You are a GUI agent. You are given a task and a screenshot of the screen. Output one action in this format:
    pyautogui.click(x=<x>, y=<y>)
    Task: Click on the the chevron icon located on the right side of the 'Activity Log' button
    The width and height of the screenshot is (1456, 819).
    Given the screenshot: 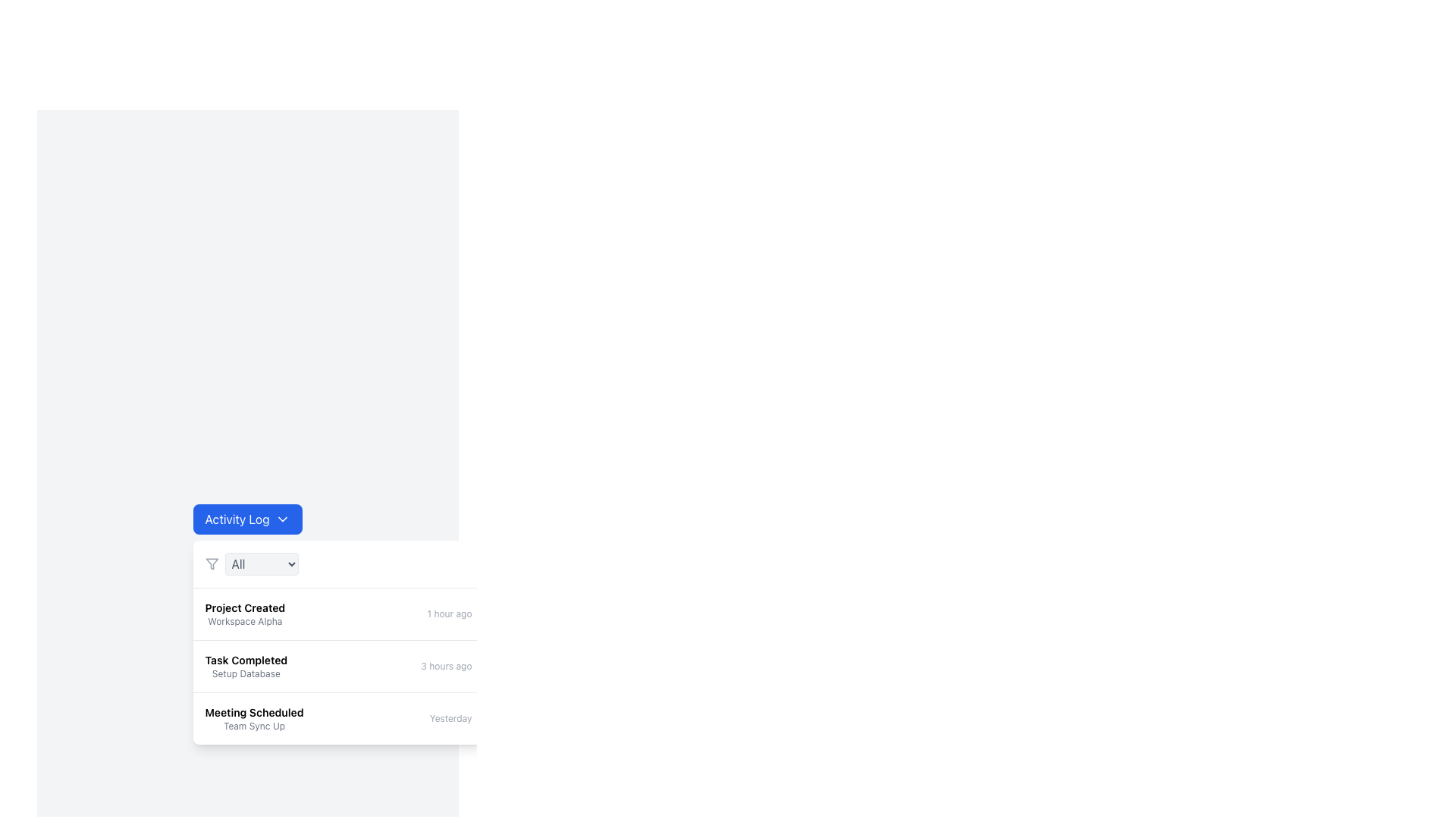 What is the action you would take?
    pyautogui.click(x=283, y=519)
    